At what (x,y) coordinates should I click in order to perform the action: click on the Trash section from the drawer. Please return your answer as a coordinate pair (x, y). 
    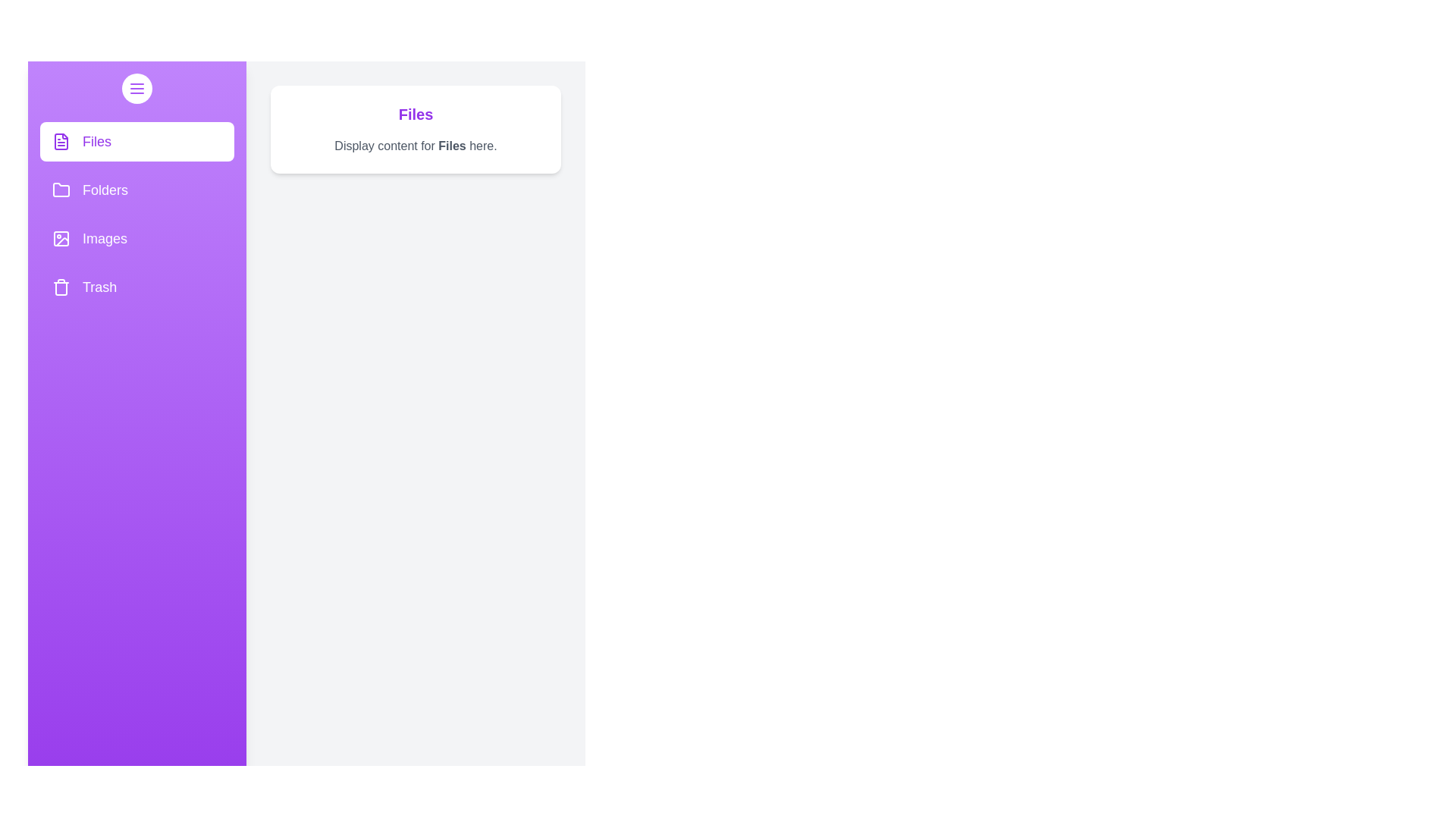
    Looking at the image, I should click on (137, 287).